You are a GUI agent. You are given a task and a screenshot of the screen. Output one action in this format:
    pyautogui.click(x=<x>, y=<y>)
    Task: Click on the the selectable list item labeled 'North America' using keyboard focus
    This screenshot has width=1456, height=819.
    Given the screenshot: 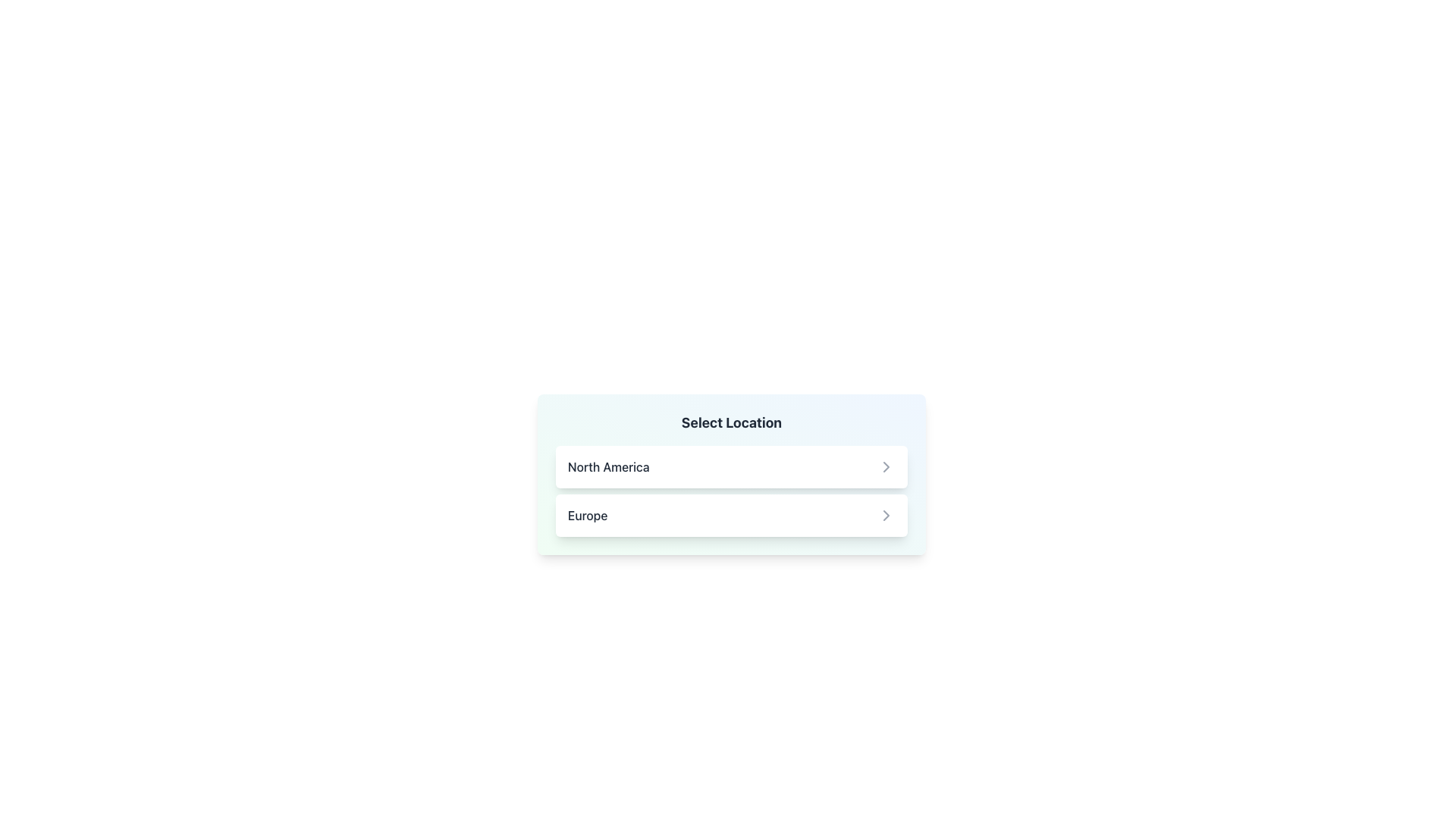 What is the action you would take?
    pyautogui.click(x=731, y=466)
    